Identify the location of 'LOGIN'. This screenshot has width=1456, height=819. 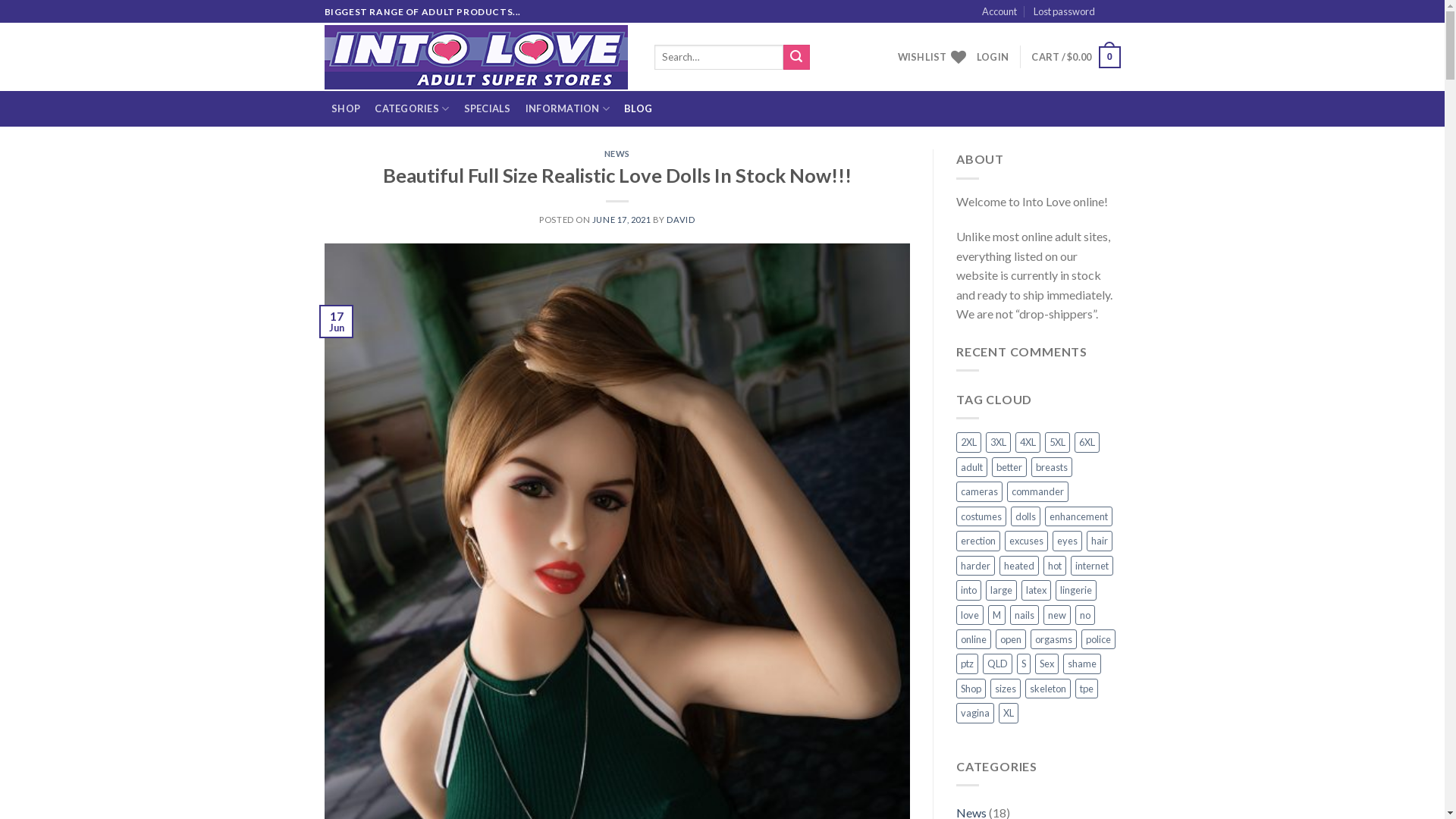
(993, 55).